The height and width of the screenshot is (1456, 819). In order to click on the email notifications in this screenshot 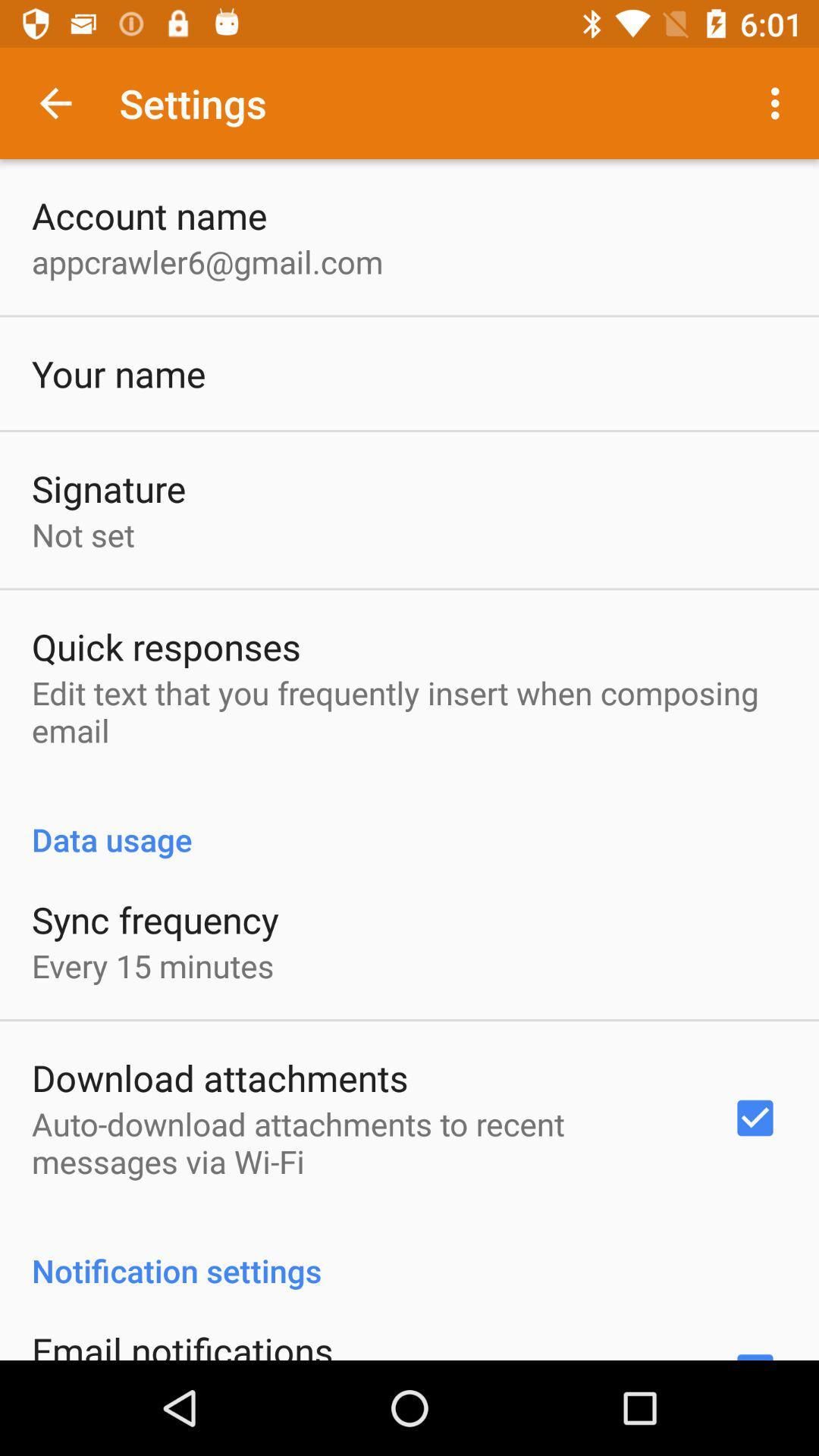, I will do `click(181, 1343)`.